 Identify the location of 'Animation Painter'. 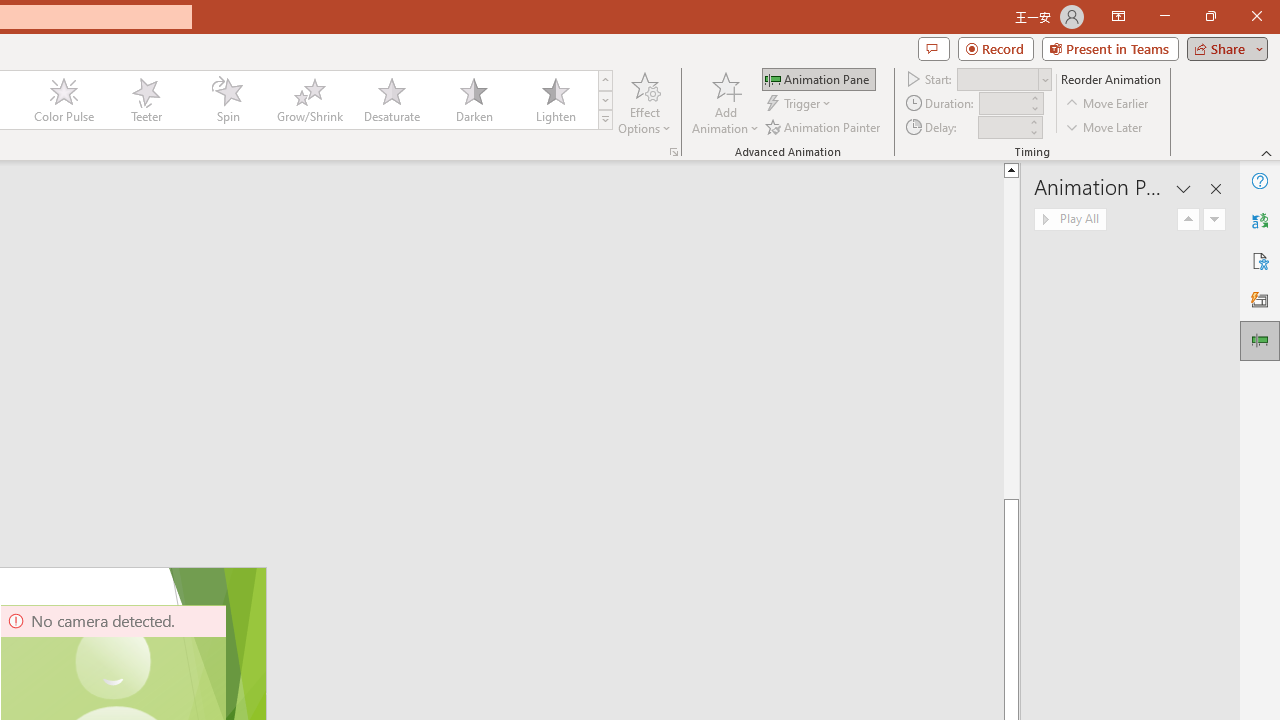
(824, 127).